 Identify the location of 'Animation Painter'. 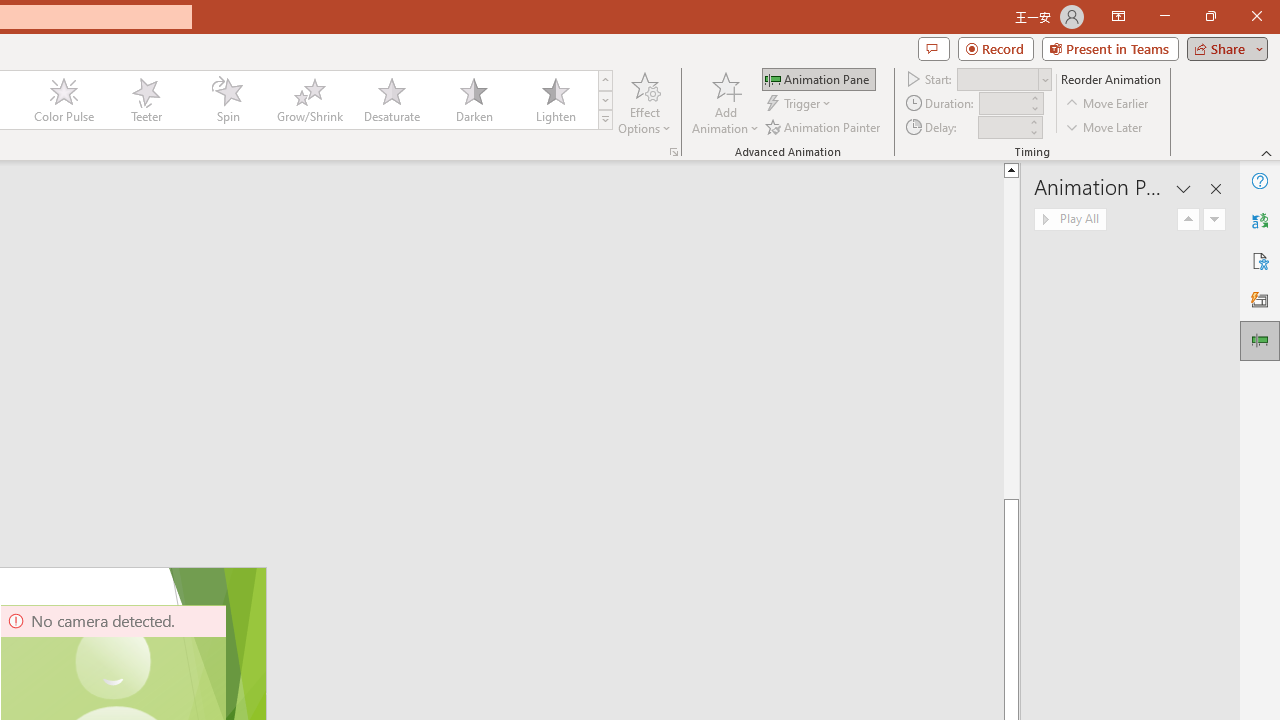
(824, 127).